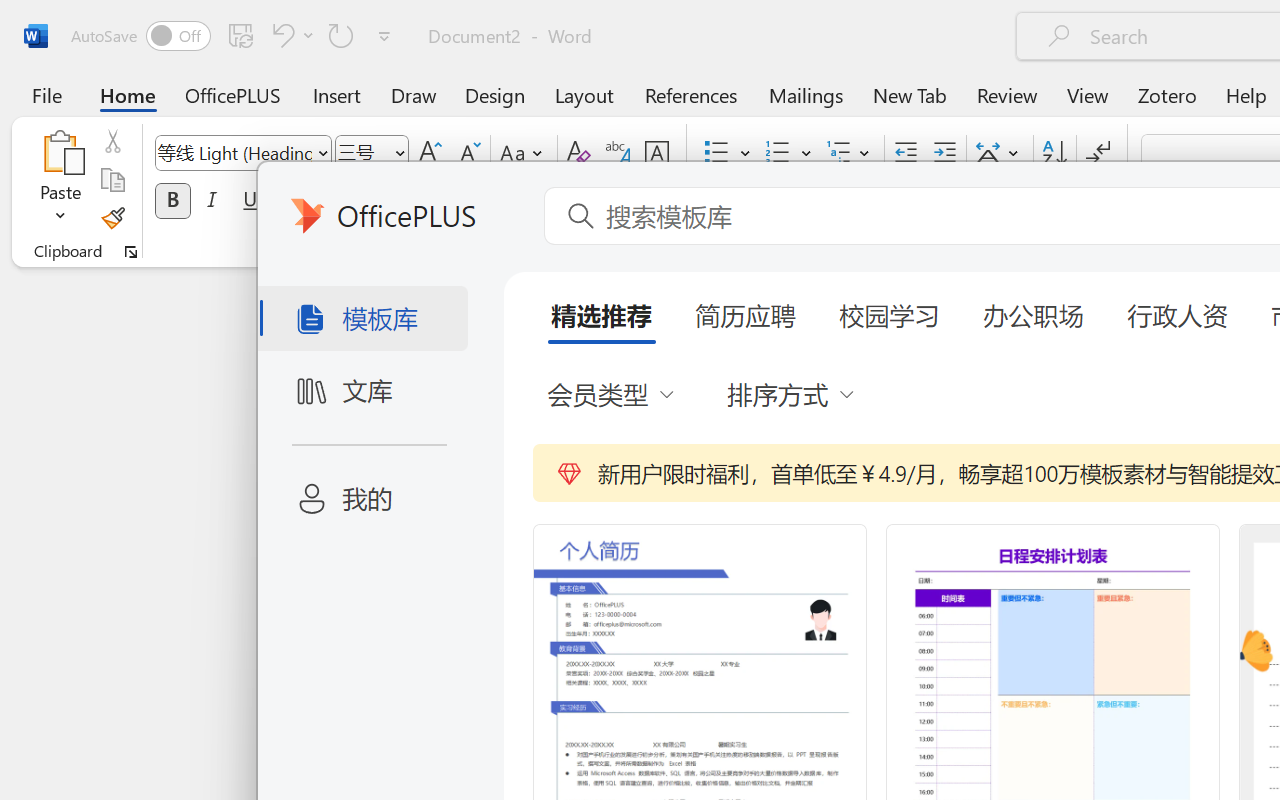  I want to click on 'Draw', so click(413, 94).